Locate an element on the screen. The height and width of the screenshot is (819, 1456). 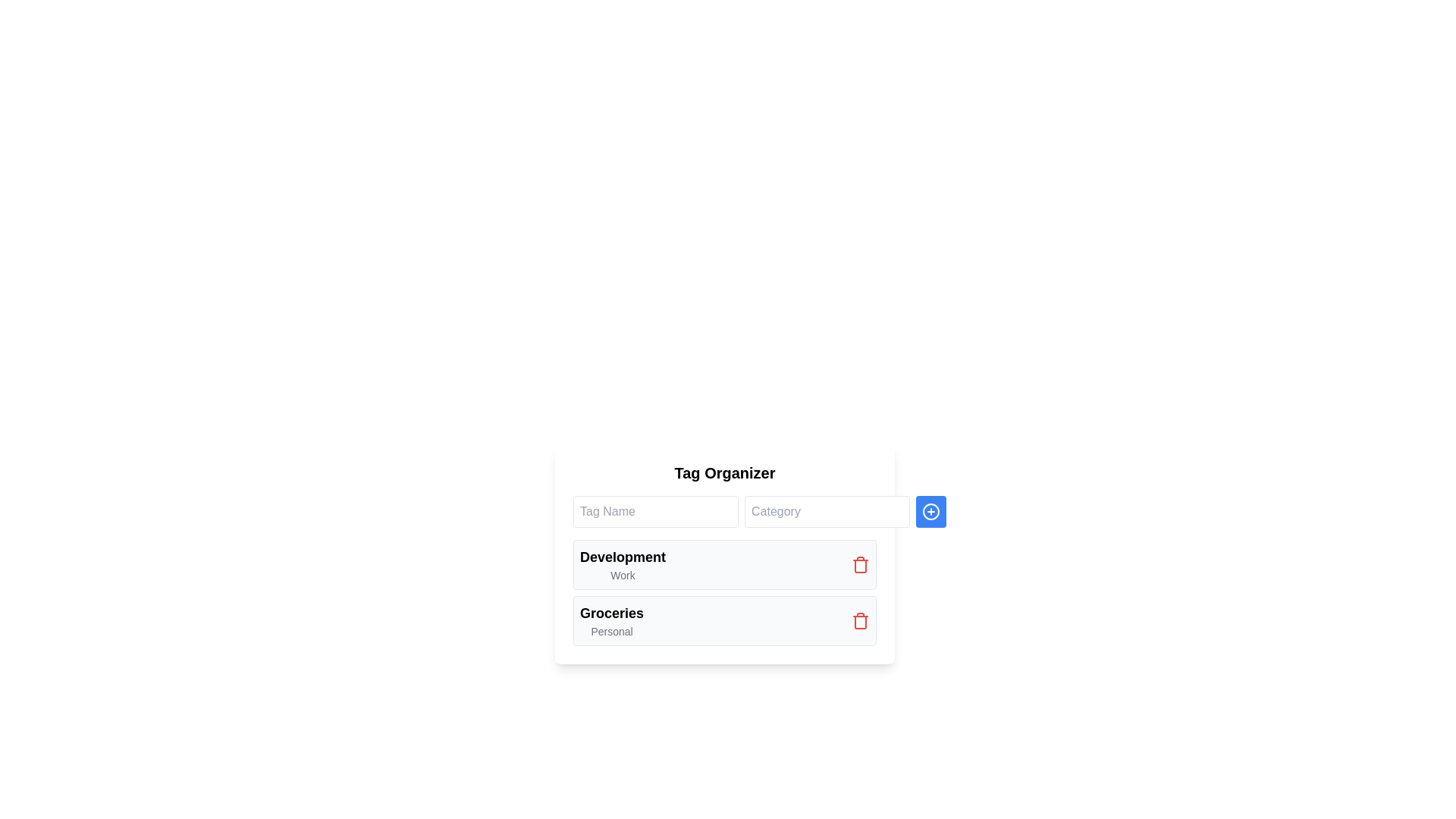
the interactive button for creating a new item, located to the right of the 'Tag Name' and 'Category' input fields is located at coordinates (930, 512).